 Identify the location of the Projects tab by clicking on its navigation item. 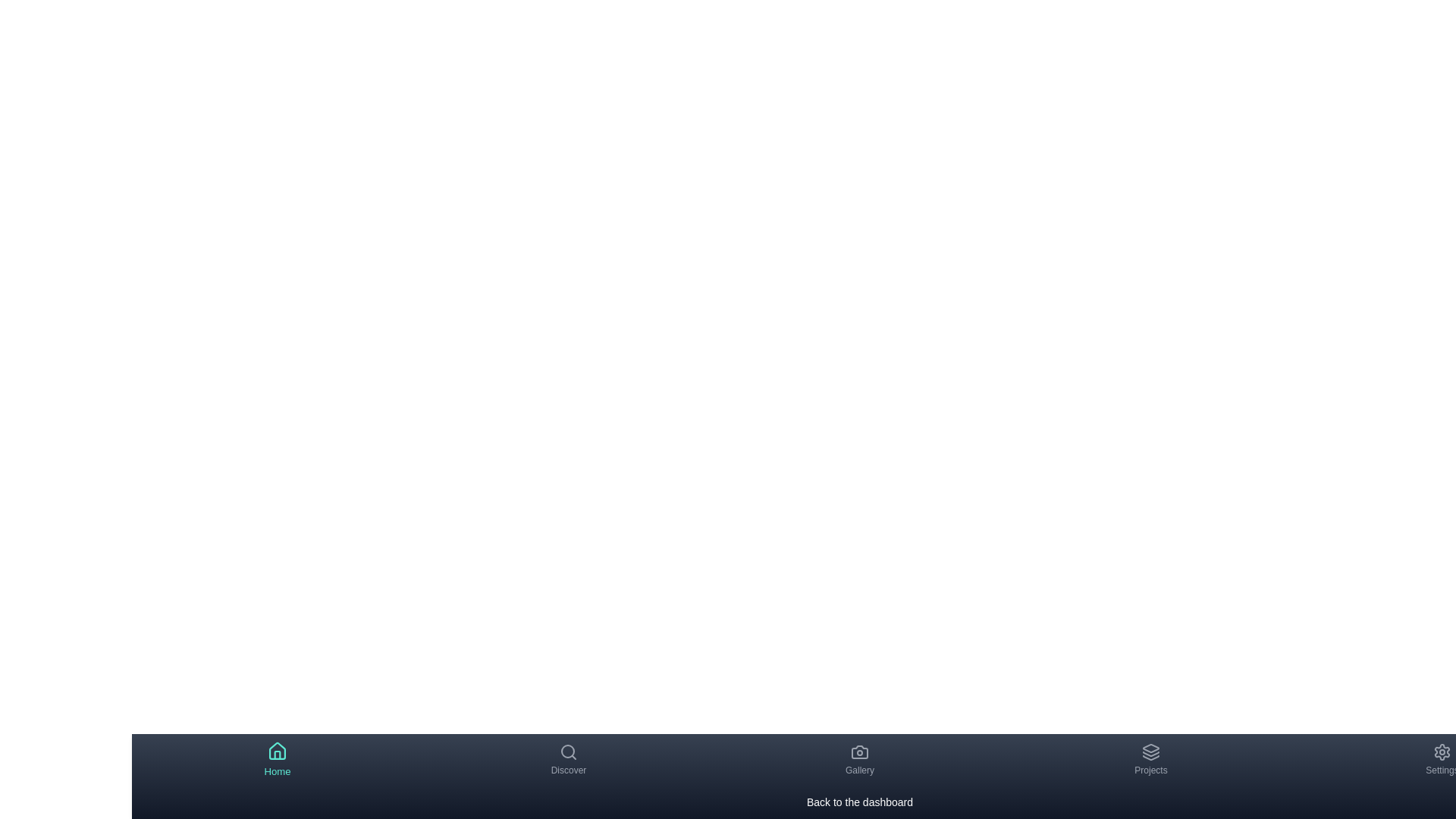
(1150, 760).